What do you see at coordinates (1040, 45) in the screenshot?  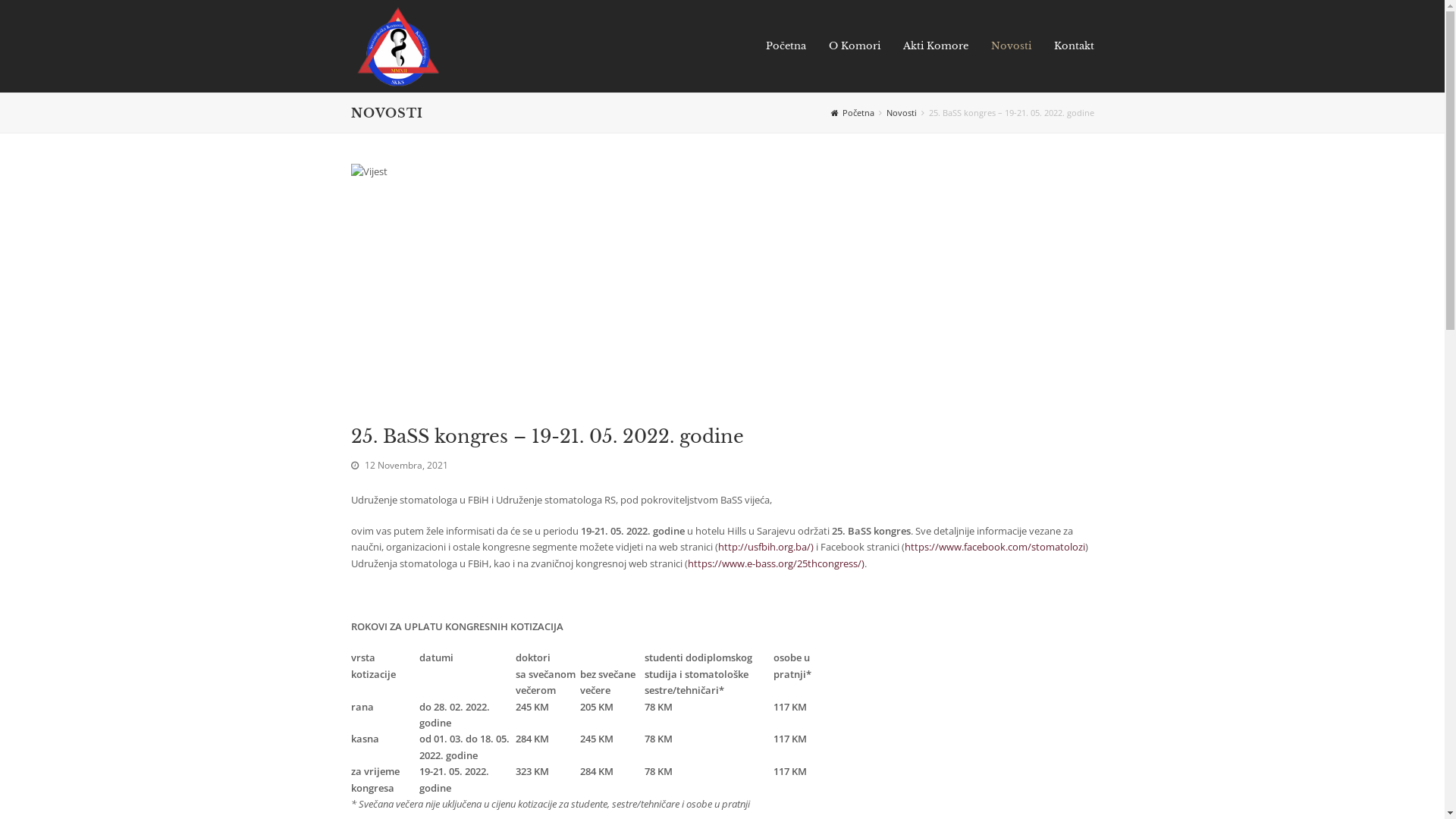 I see `'Kontakt'` at bounding box center [1040, 45].